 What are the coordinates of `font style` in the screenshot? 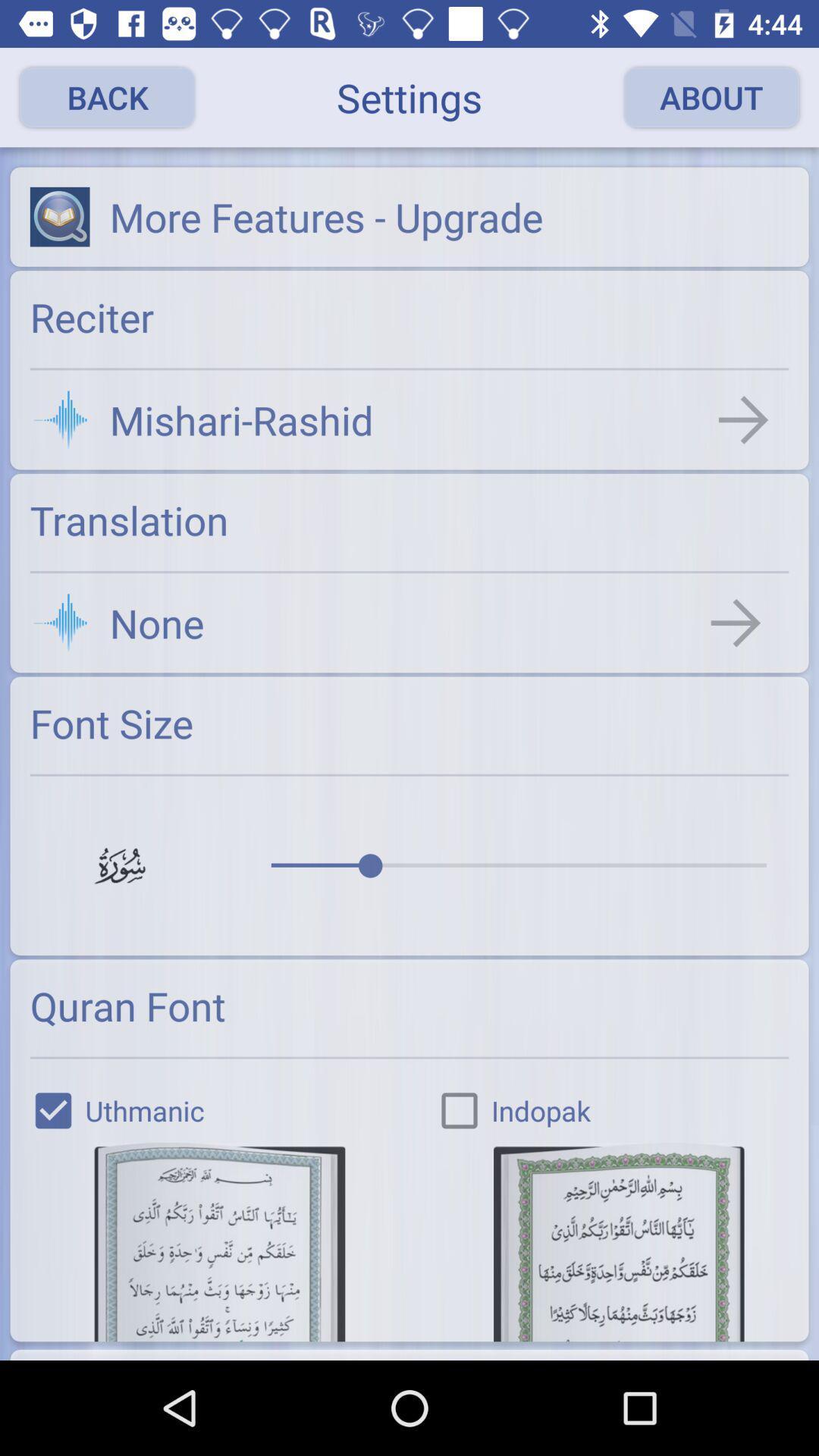 It's located at (219, 1241).